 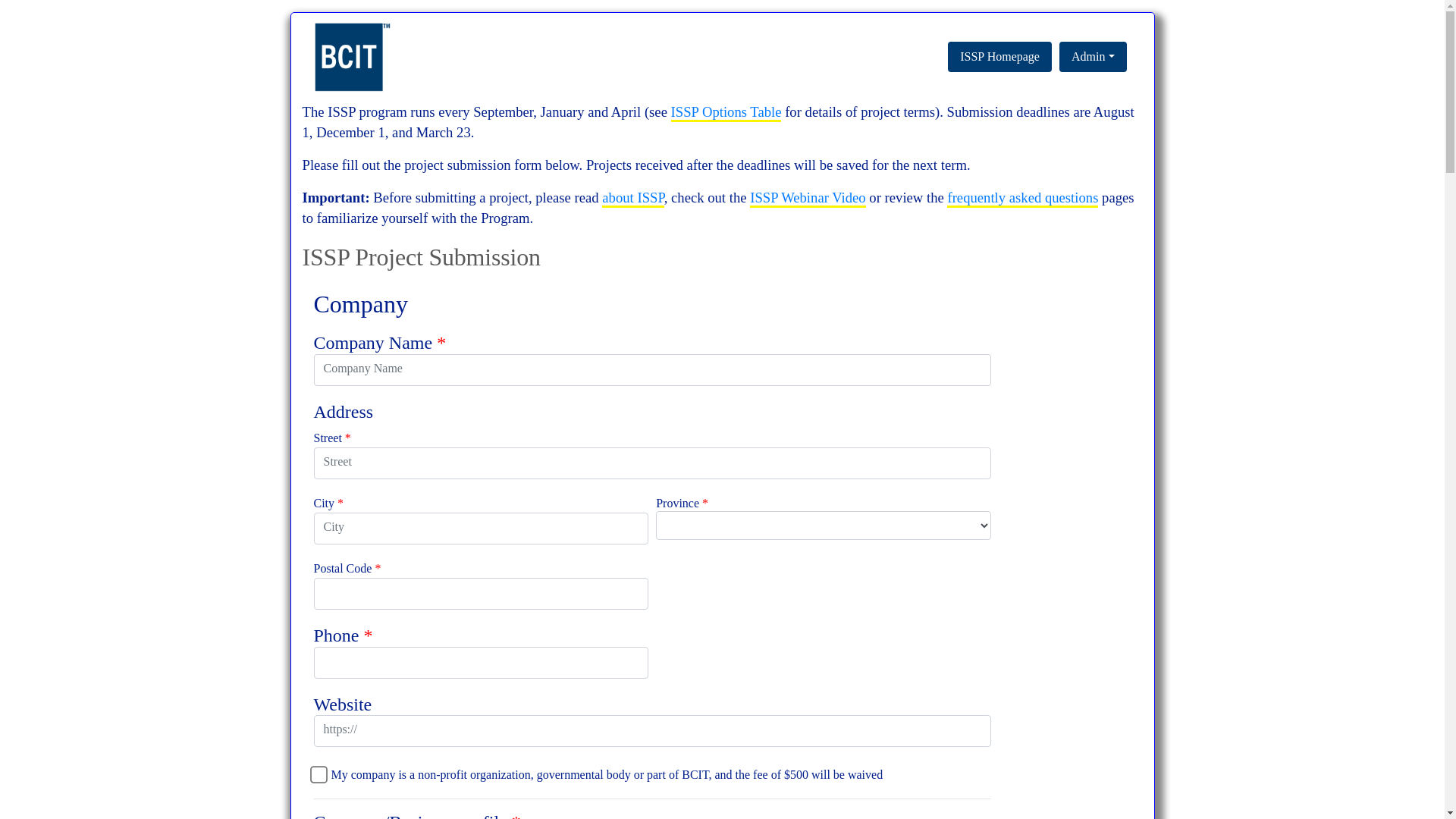 What do you see at coordinates (670, 112) in the screenshot?
I see `'ISSP Options Table'` at bounding box center [670, 112].